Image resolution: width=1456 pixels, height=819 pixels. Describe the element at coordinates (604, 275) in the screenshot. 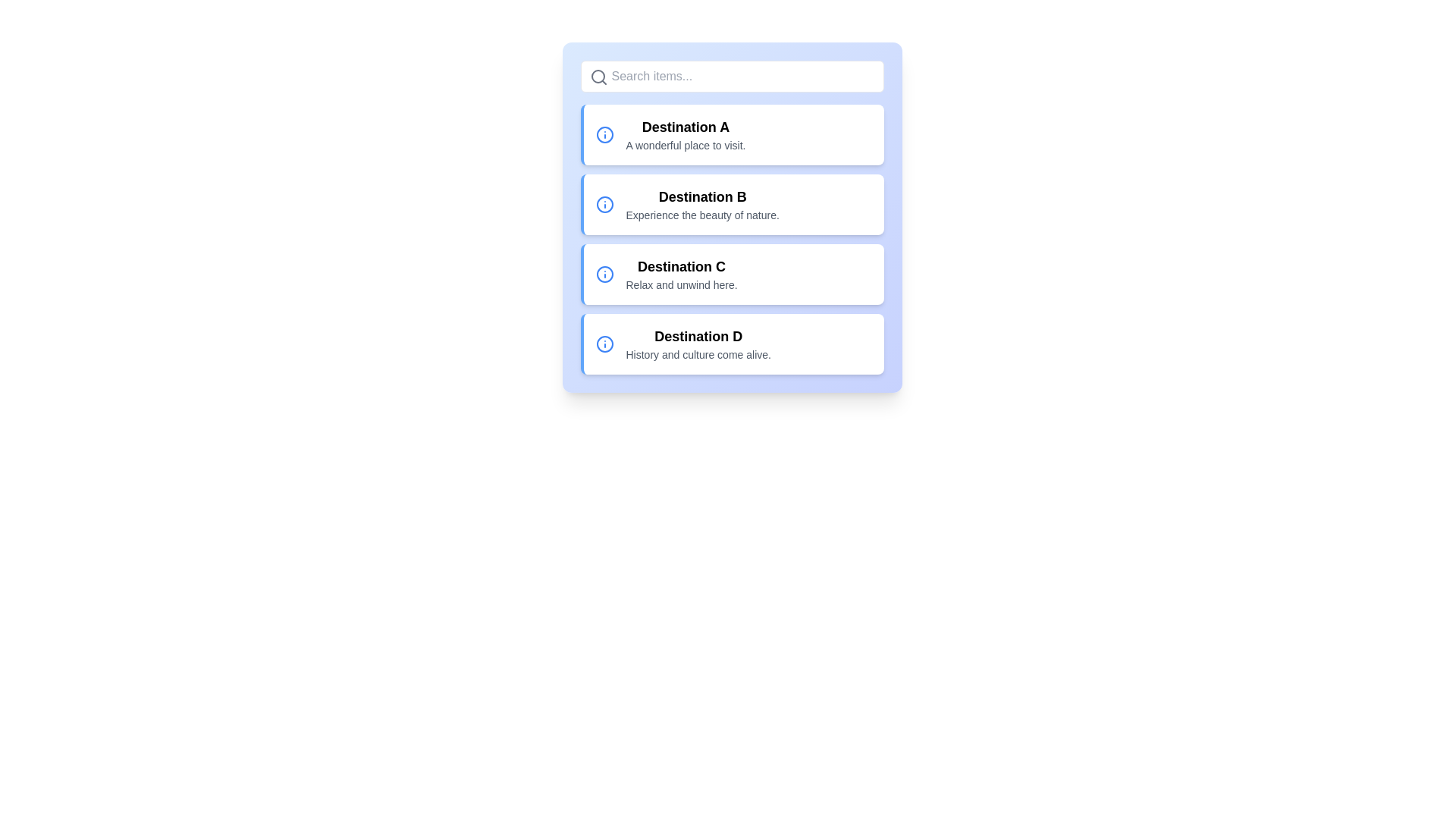

I see `the blue circular outline of the information symbol located to the left of the text 'Destination C'` at that location.